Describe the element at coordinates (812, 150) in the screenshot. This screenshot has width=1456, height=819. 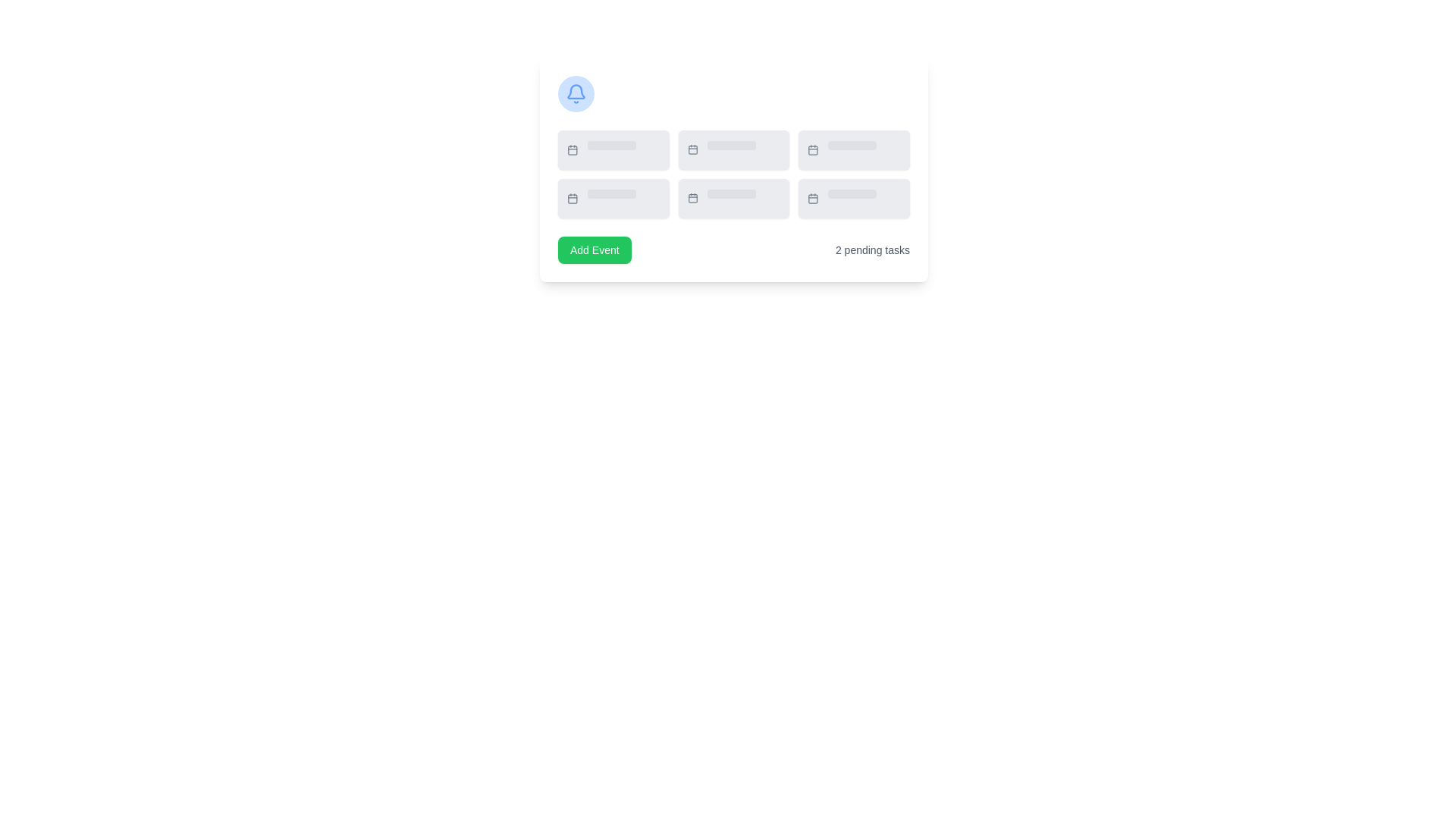
I see `the graphical component of the SVG calendar icon located in the upper right area of the calendar representation` at that location.